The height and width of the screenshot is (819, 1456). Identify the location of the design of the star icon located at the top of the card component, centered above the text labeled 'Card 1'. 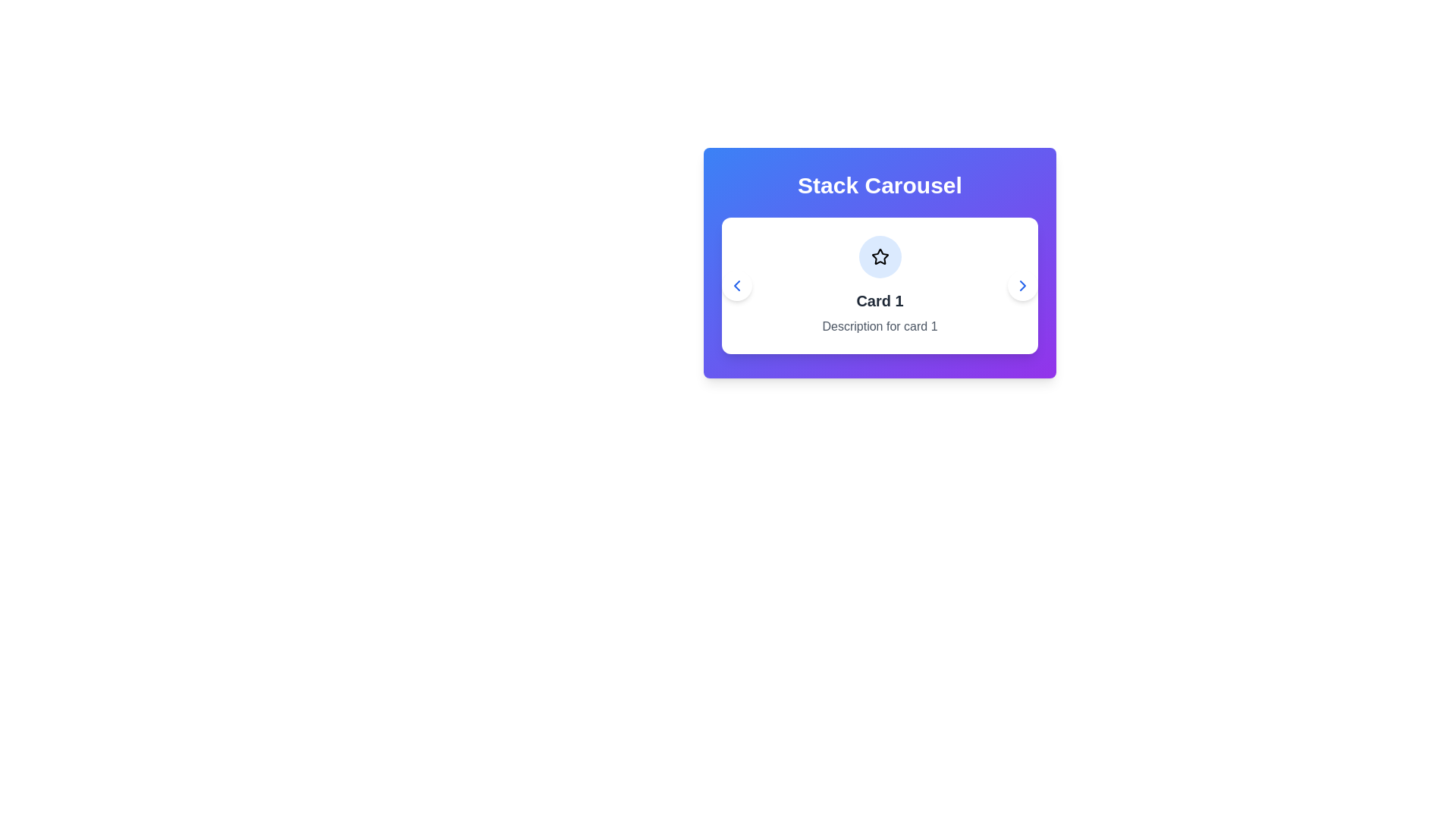
(880, 256).